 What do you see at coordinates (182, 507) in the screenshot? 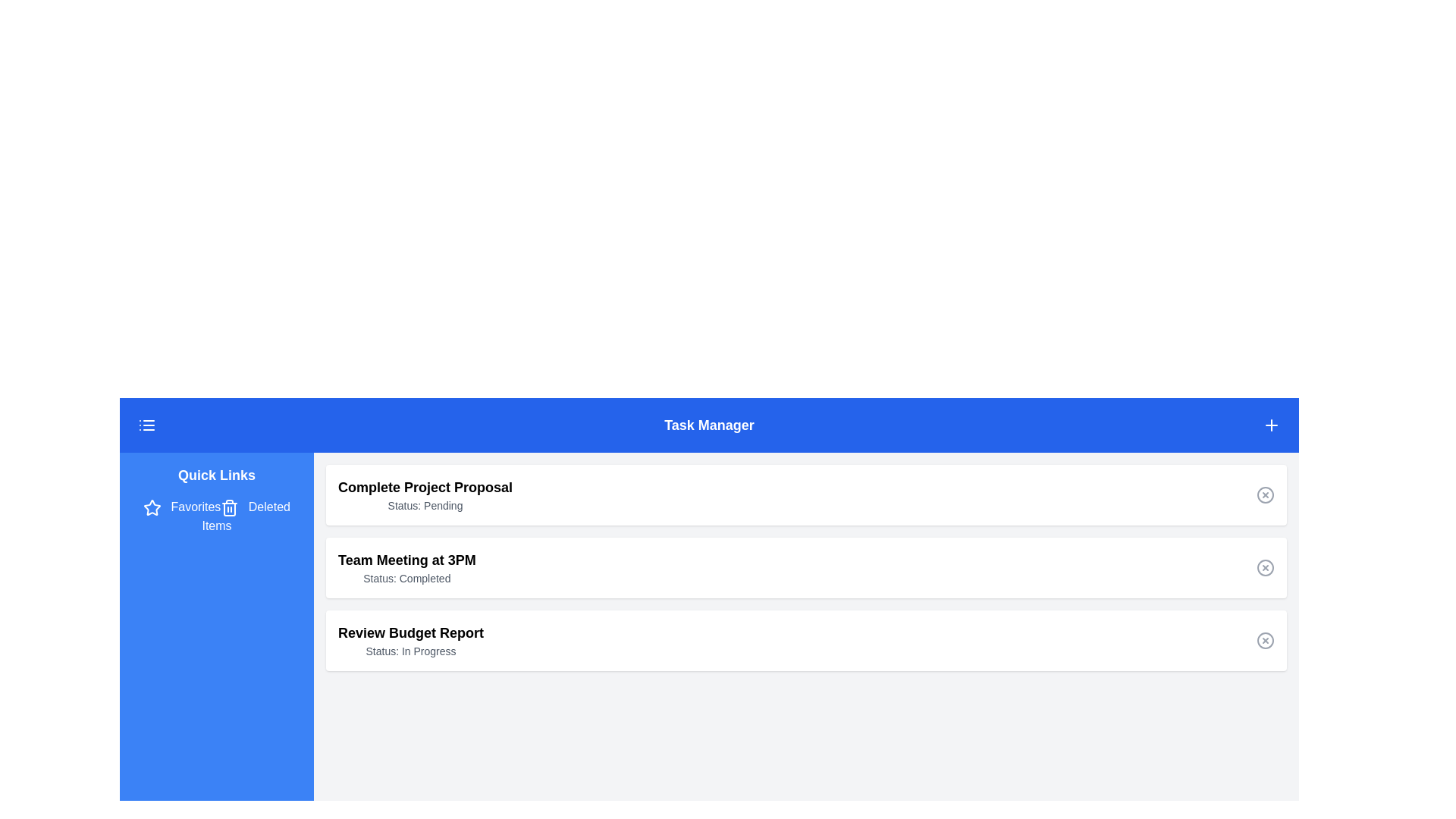
I see `the 'Favorites' hyperlink with a star icon located in the left-hand sidebar under 'Quick Links'` at bounding box center [182, 507].